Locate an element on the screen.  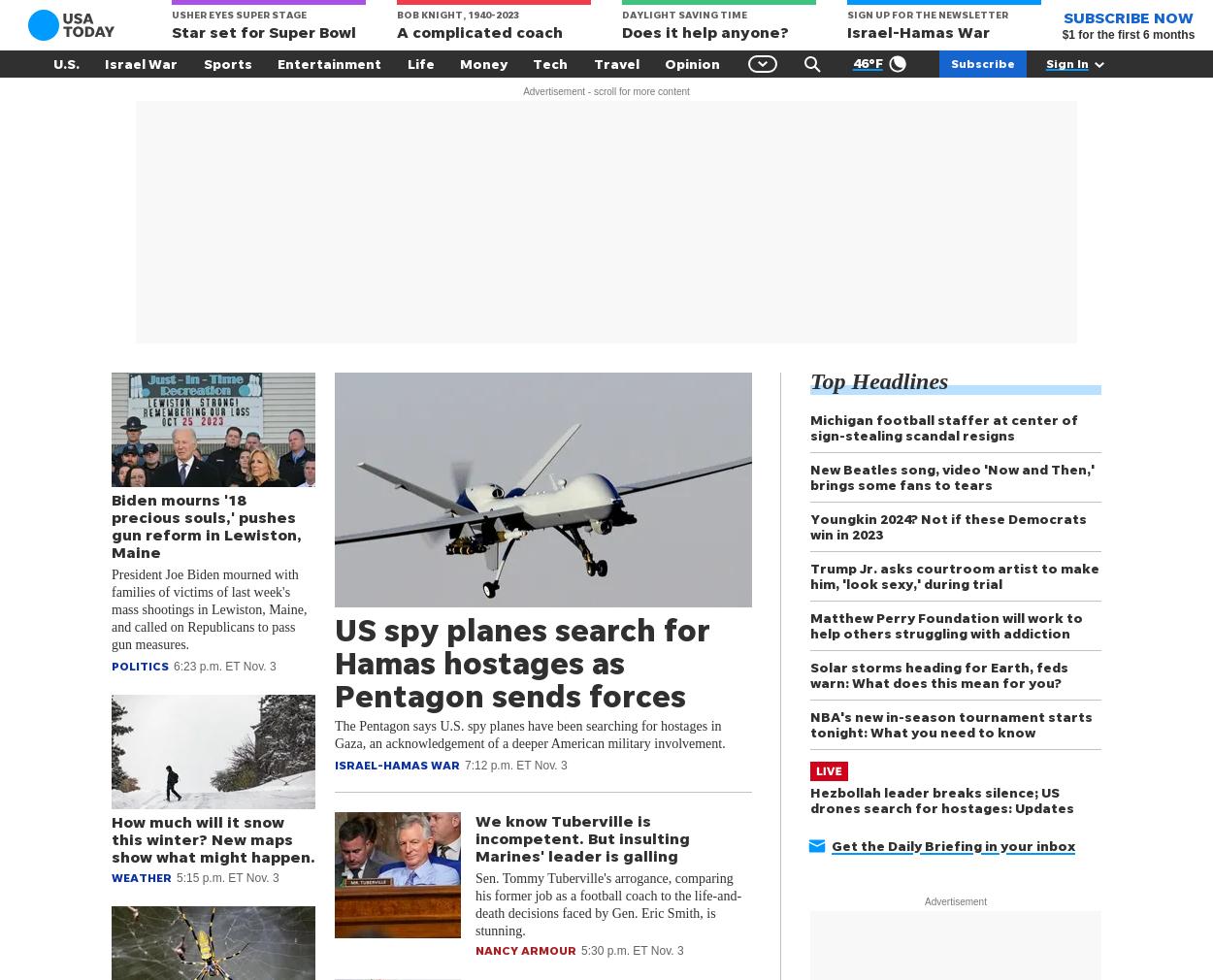
'A complicated coach' is located at coordinates (397, 31).